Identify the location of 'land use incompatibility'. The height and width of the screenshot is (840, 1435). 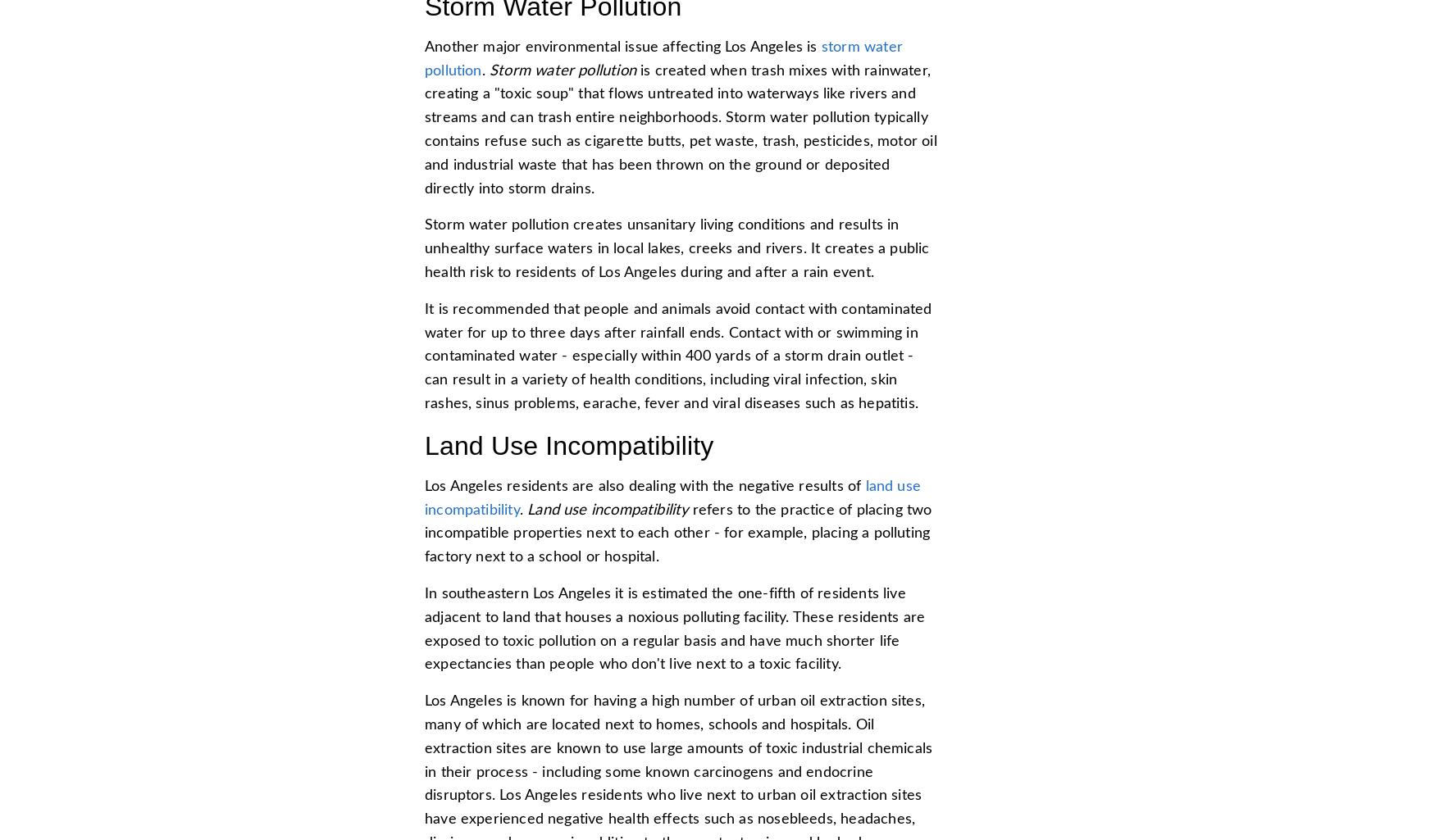
(424, 497).